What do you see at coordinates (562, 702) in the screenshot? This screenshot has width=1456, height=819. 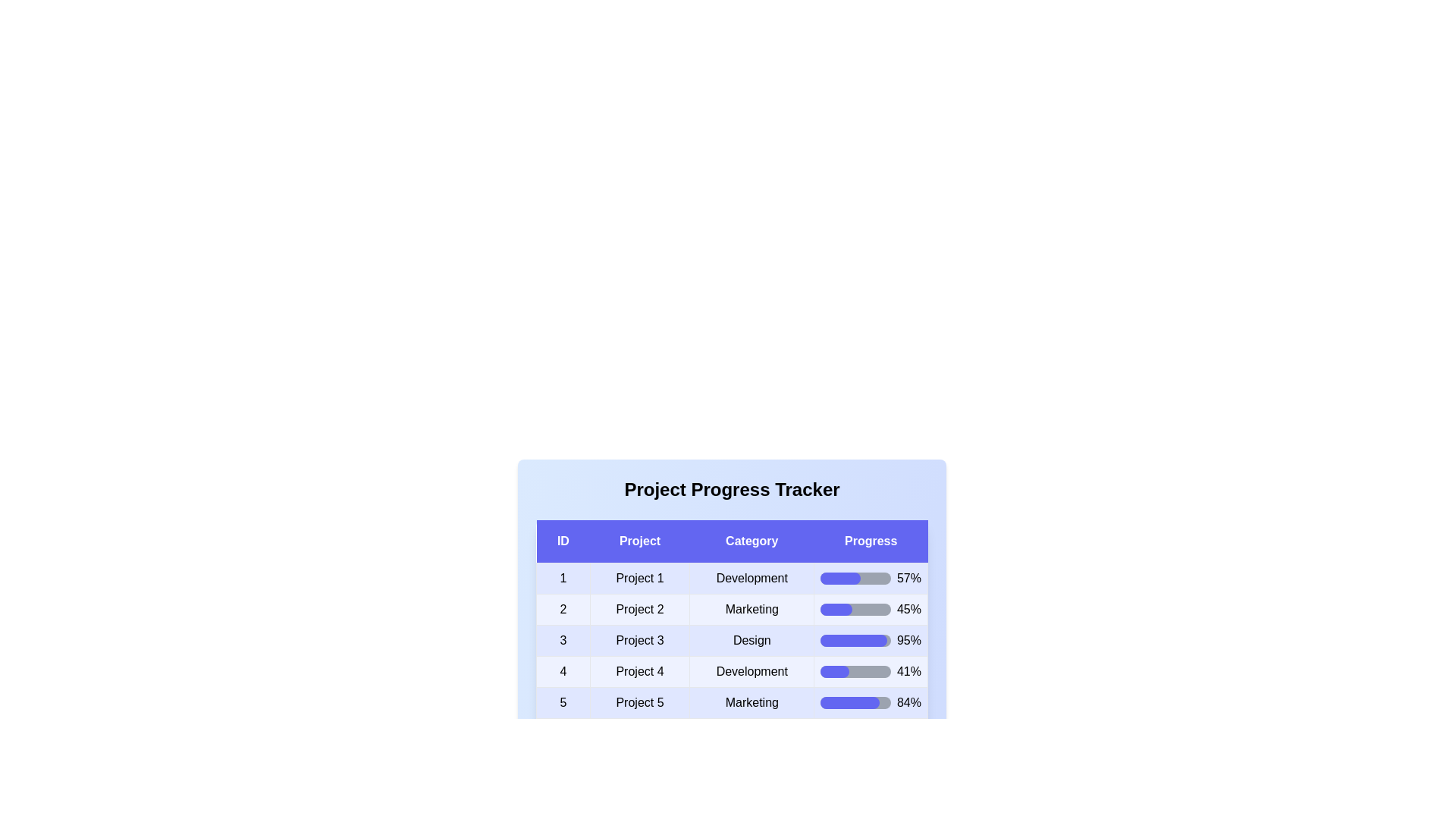 I see `the cell corresponding to 5 to select its text` at bounding box center [562, 702].